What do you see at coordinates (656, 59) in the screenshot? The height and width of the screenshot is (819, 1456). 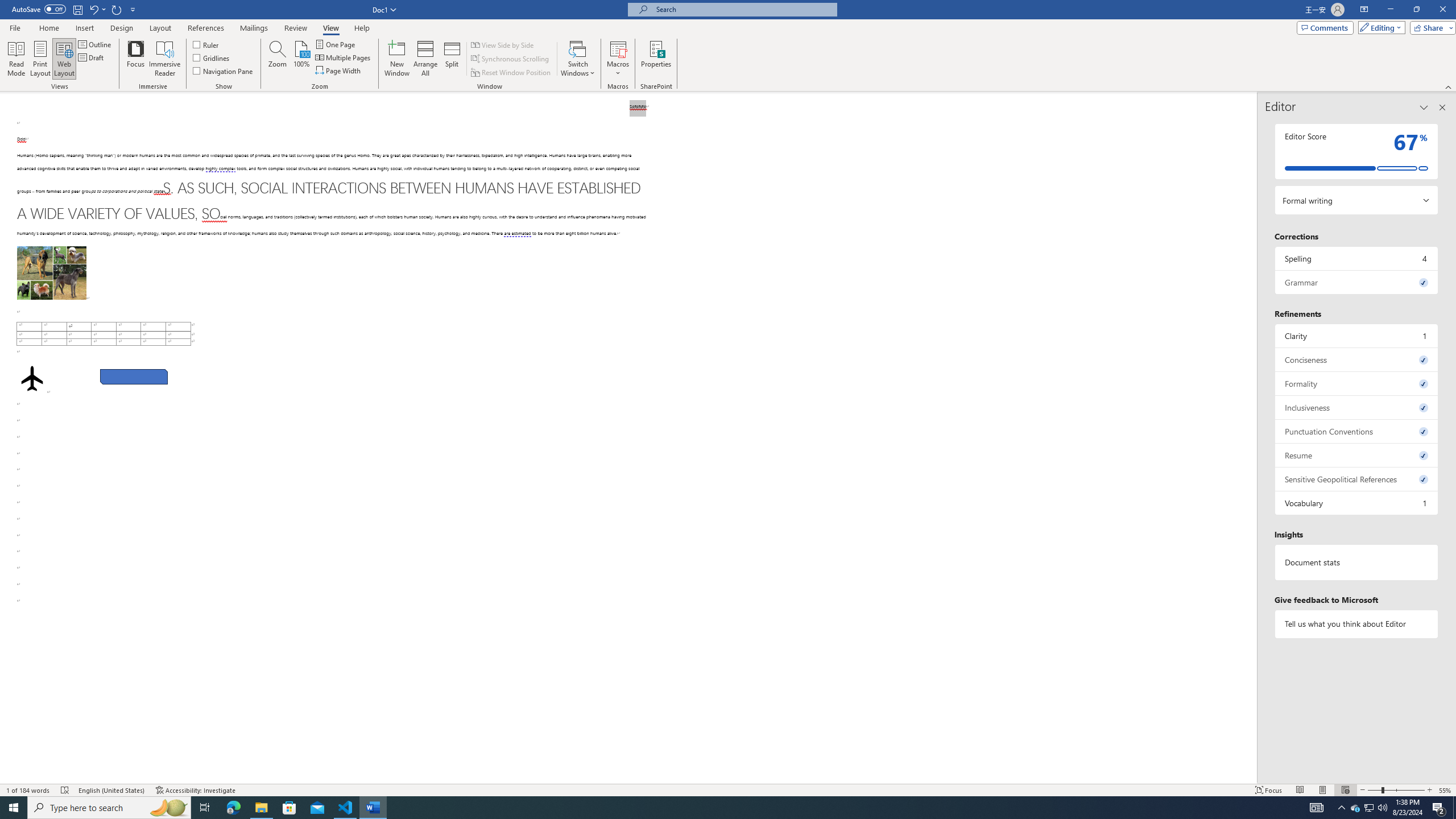 I see `'Properties'` at bounding box center [656, 59].